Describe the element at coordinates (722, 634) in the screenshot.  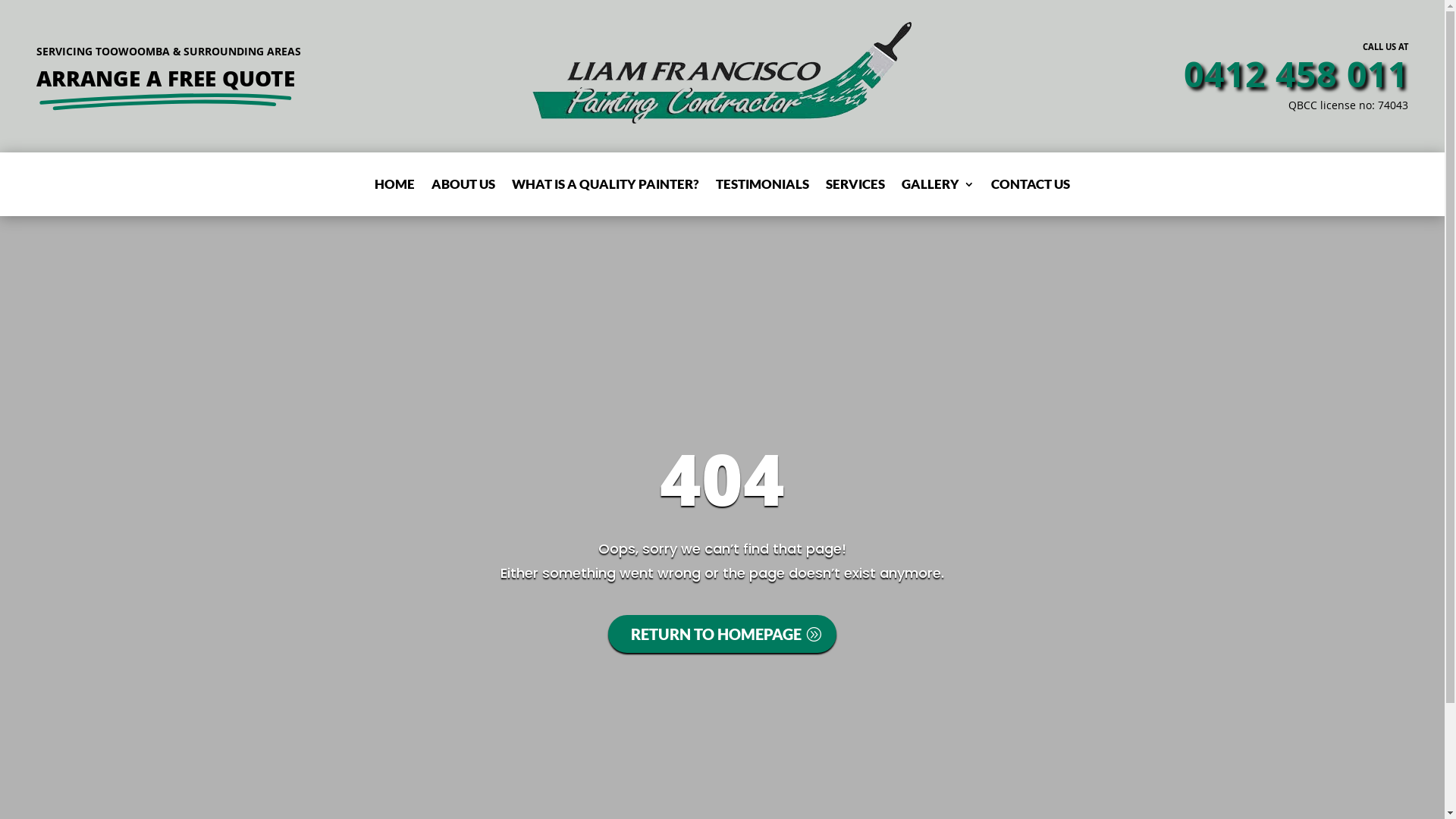
I see `'RETURN TO HOMEPAGE'` at that location.